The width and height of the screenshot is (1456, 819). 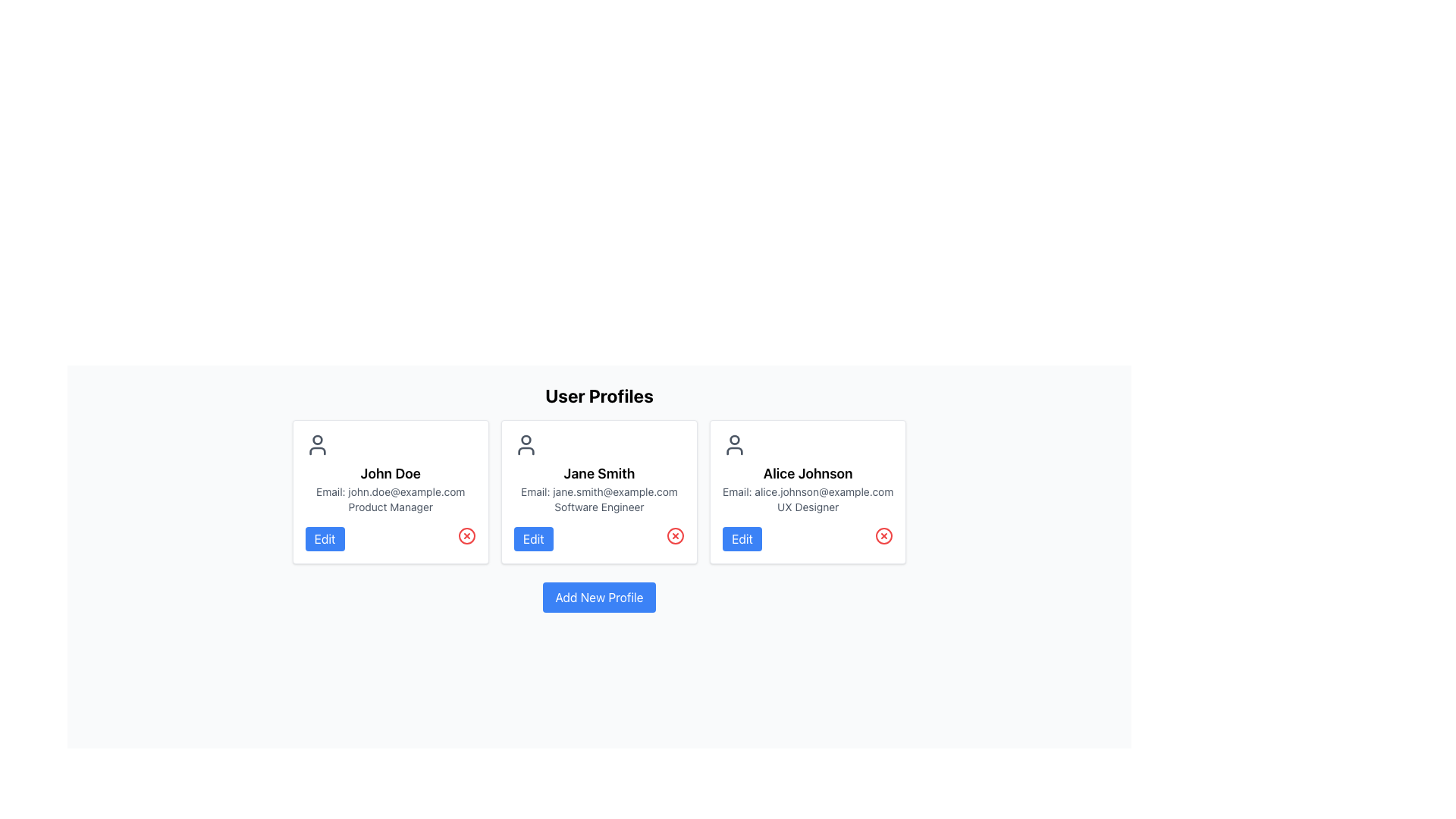 I want to click on the user profile icon located in the top-left corner of the first profile card, above the text 'John Doe', so click(x=316, y=444).